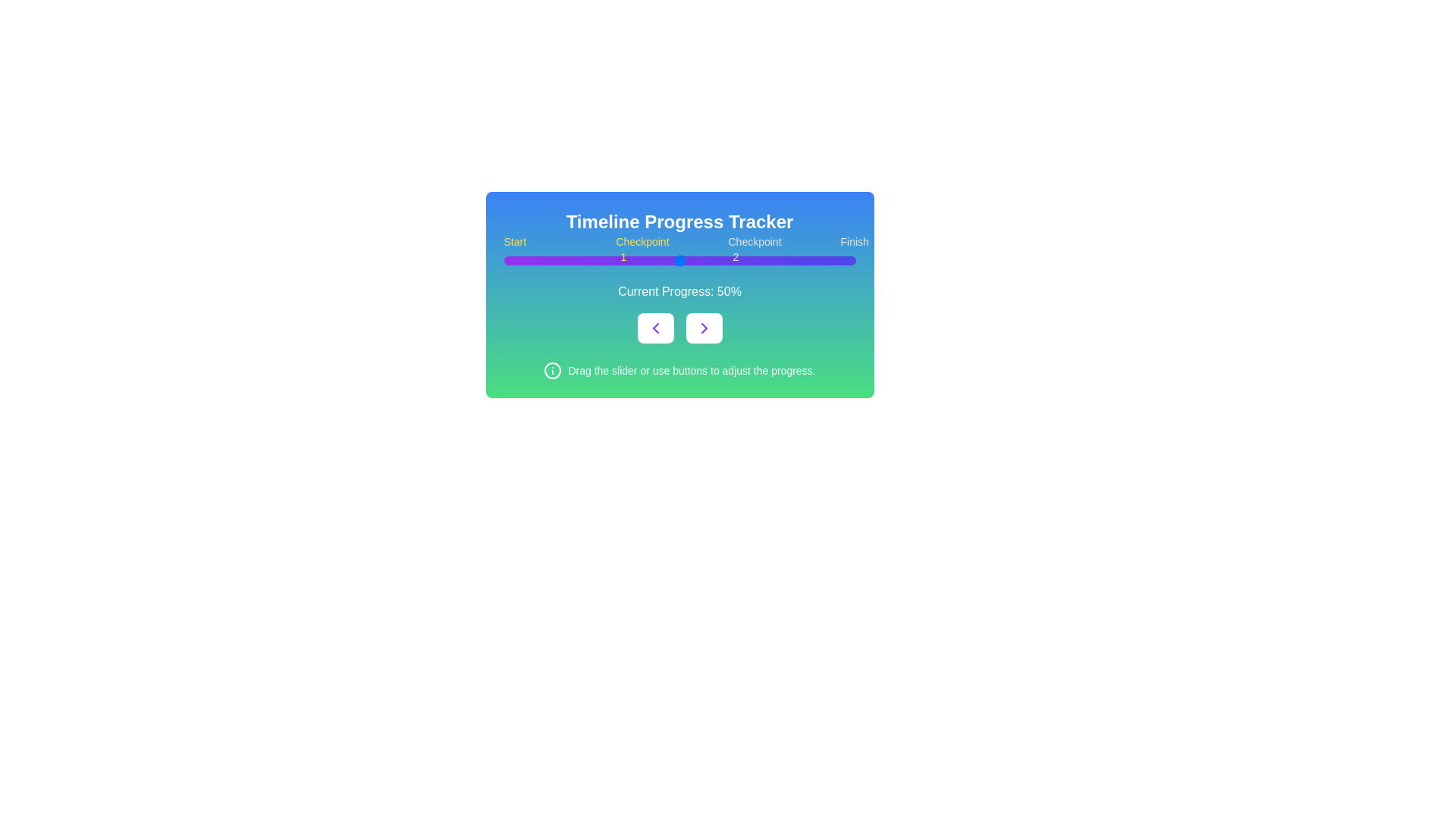 The width and height of the screenshot is (1456, 819). I want to click on the slider, so click(630, 259).